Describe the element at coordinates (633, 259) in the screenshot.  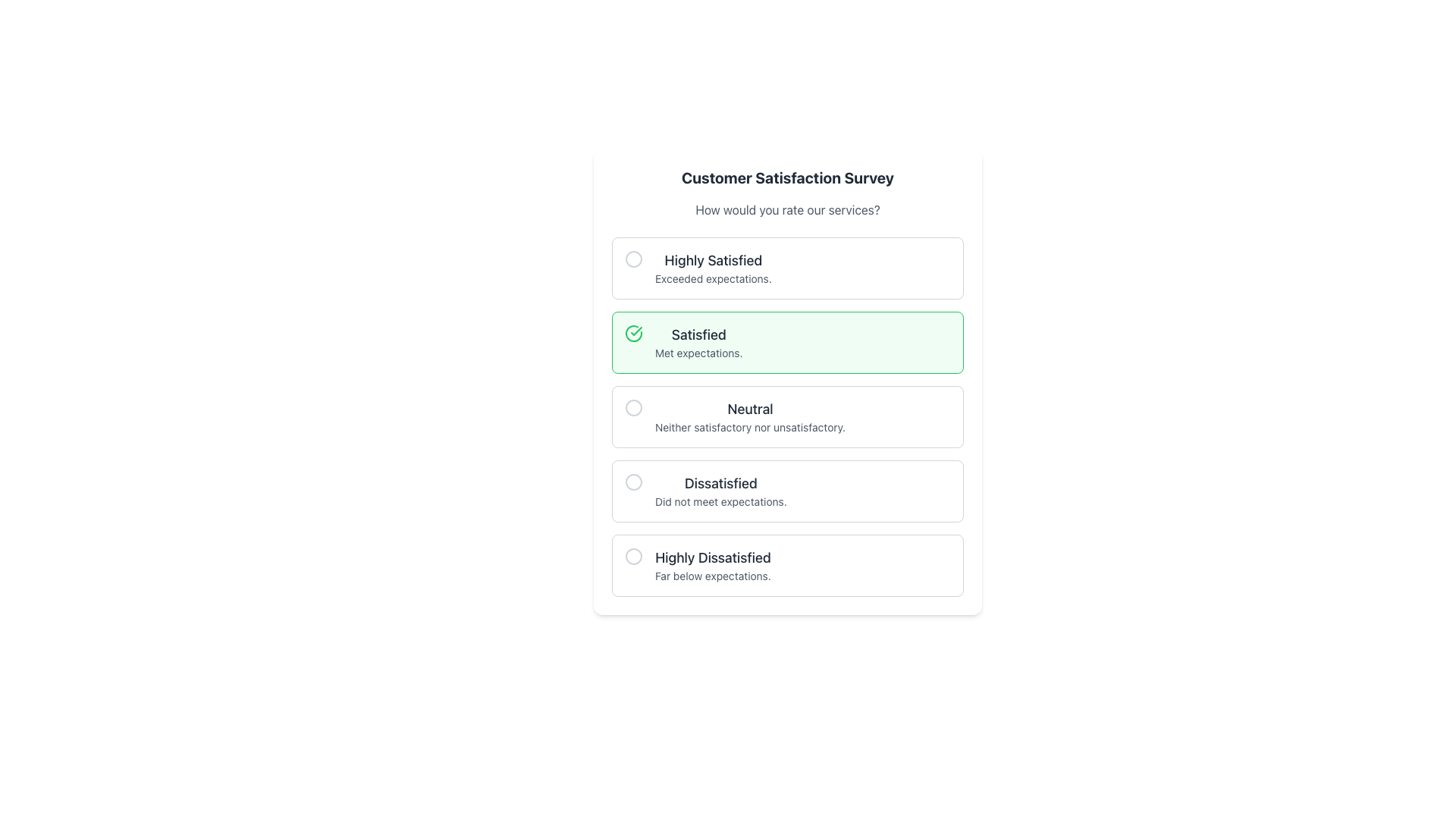
I see `the circular selection indicator for the 'Highly Satisfied' option` at that location.